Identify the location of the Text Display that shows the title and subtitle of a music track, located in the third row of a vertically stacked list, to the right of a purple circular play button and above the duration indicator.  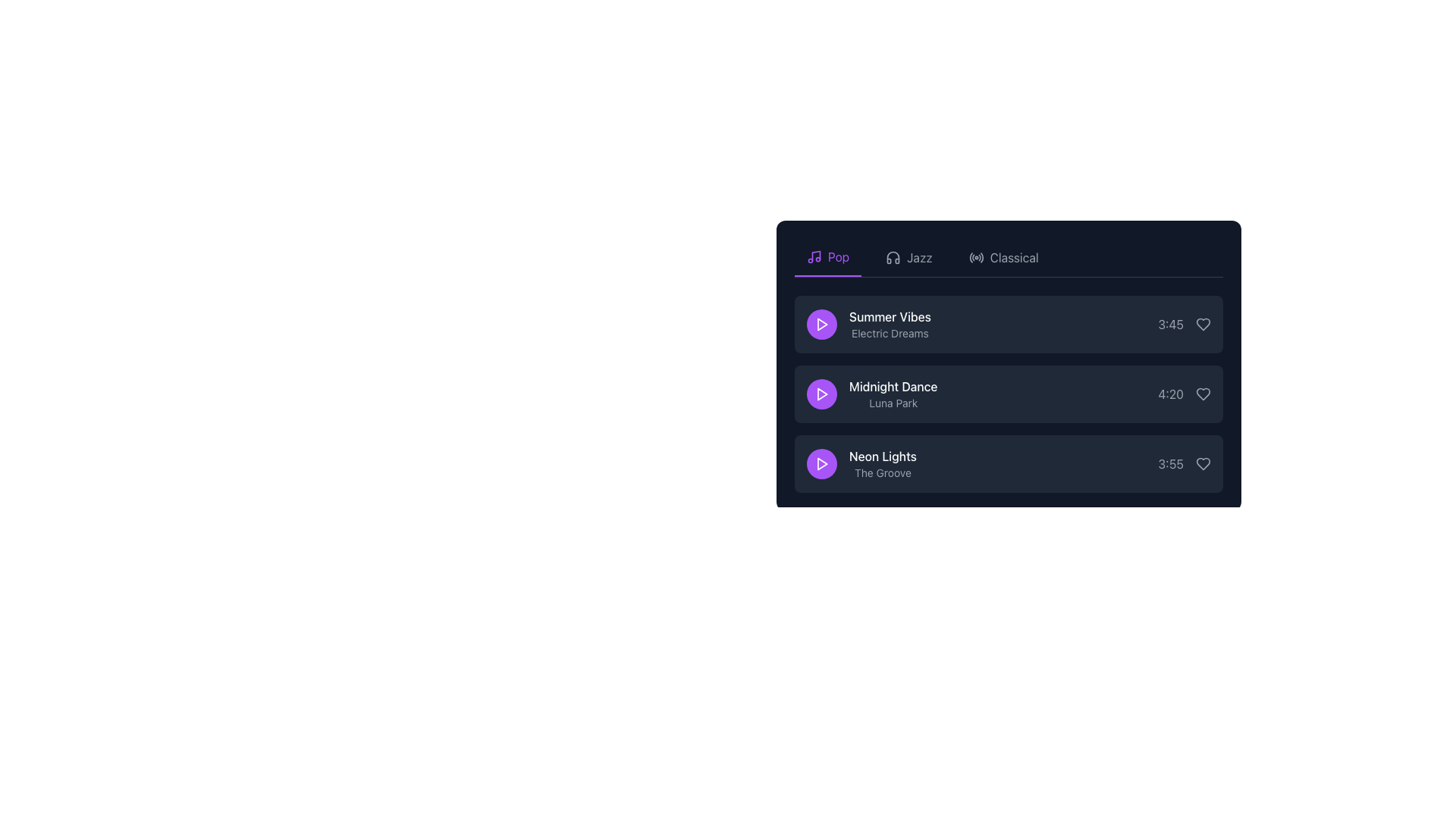
(861, 463).